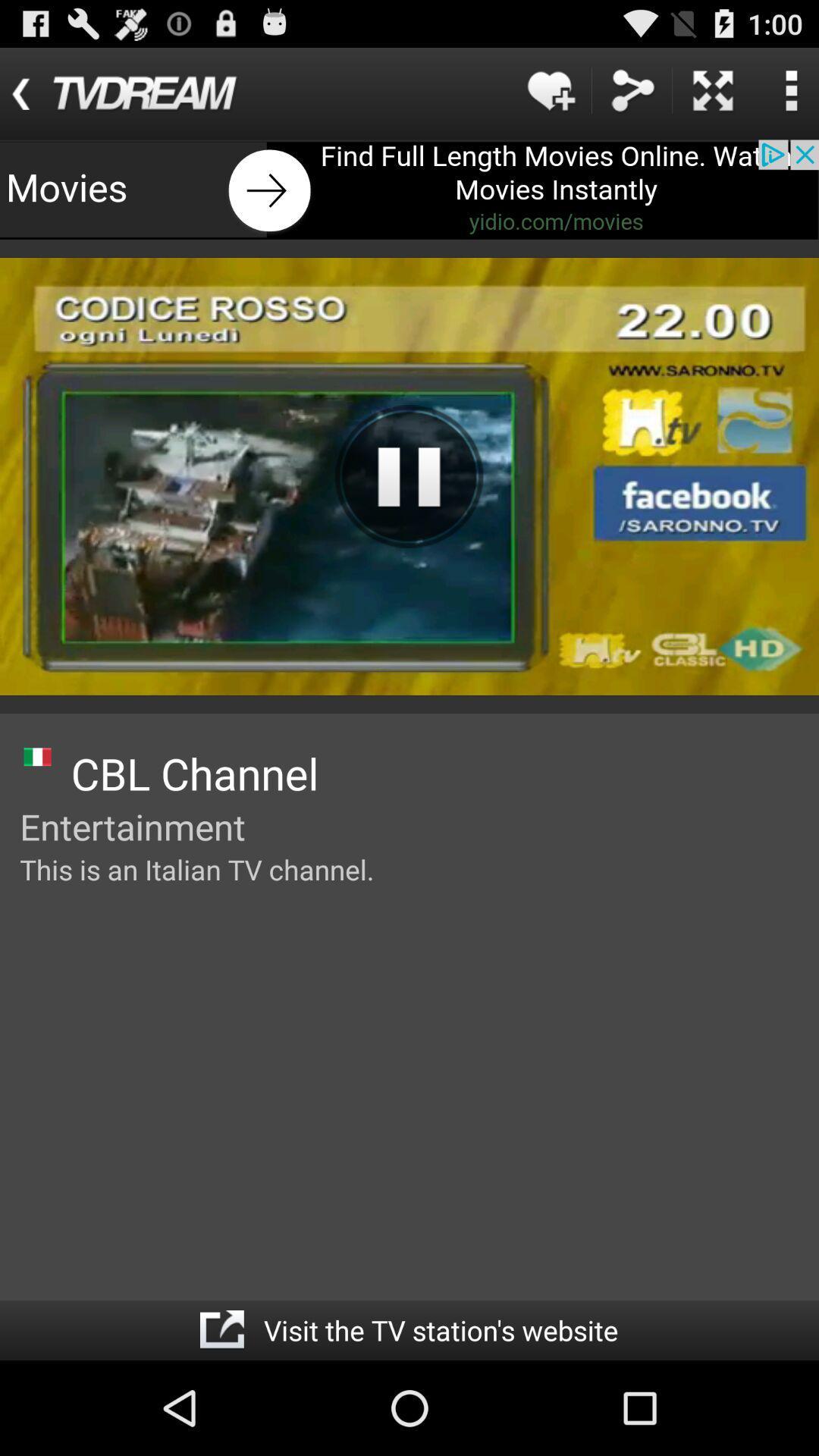 The height and width of the screenshot is (1456, 819). I want to click on the share icon, so click(632, 96).